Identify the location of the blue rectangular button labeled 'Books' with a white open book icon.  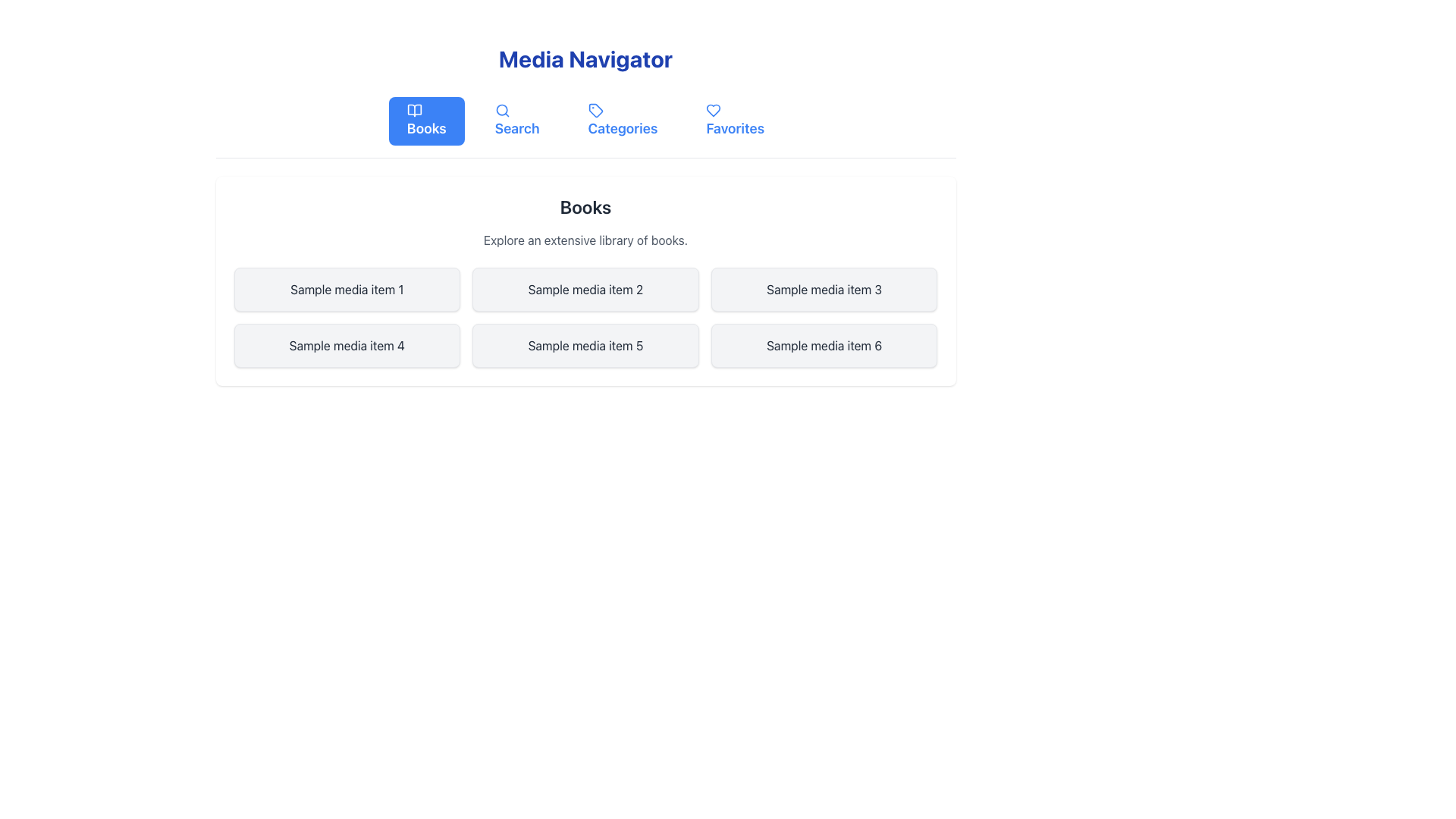
(425, 120).